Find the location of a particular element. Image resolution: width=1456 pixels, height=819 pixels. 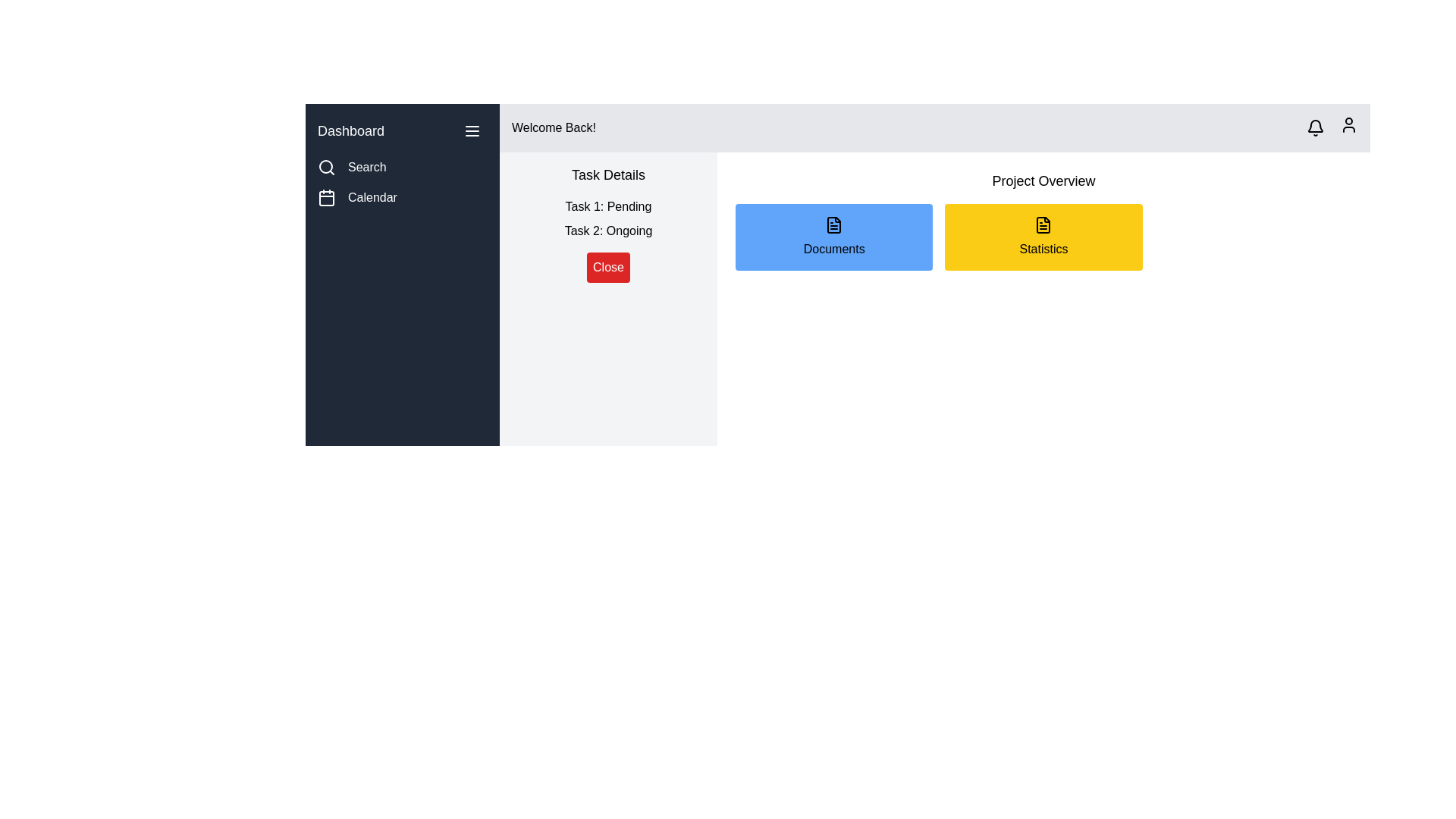

the menu icon located in the top-left corner of the interface is located at coordinates (472, 130).